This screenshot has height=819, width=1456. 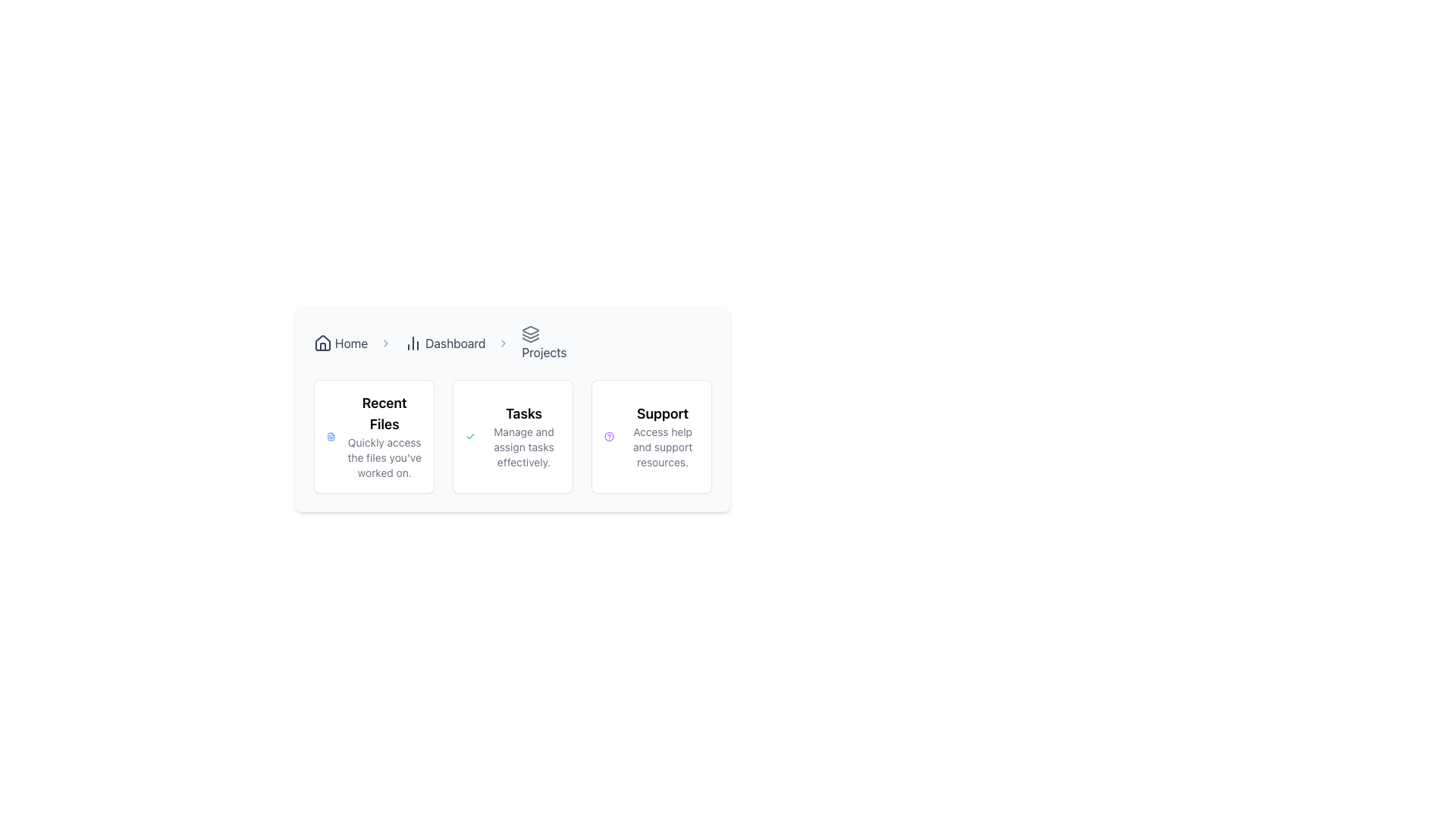 What do you see at coordinates (663, 414) in the screenshot?
I see `the static header text label that summarizes the content of the panel titled 'Access help and support resources.'` at bounding box center [663, 414].